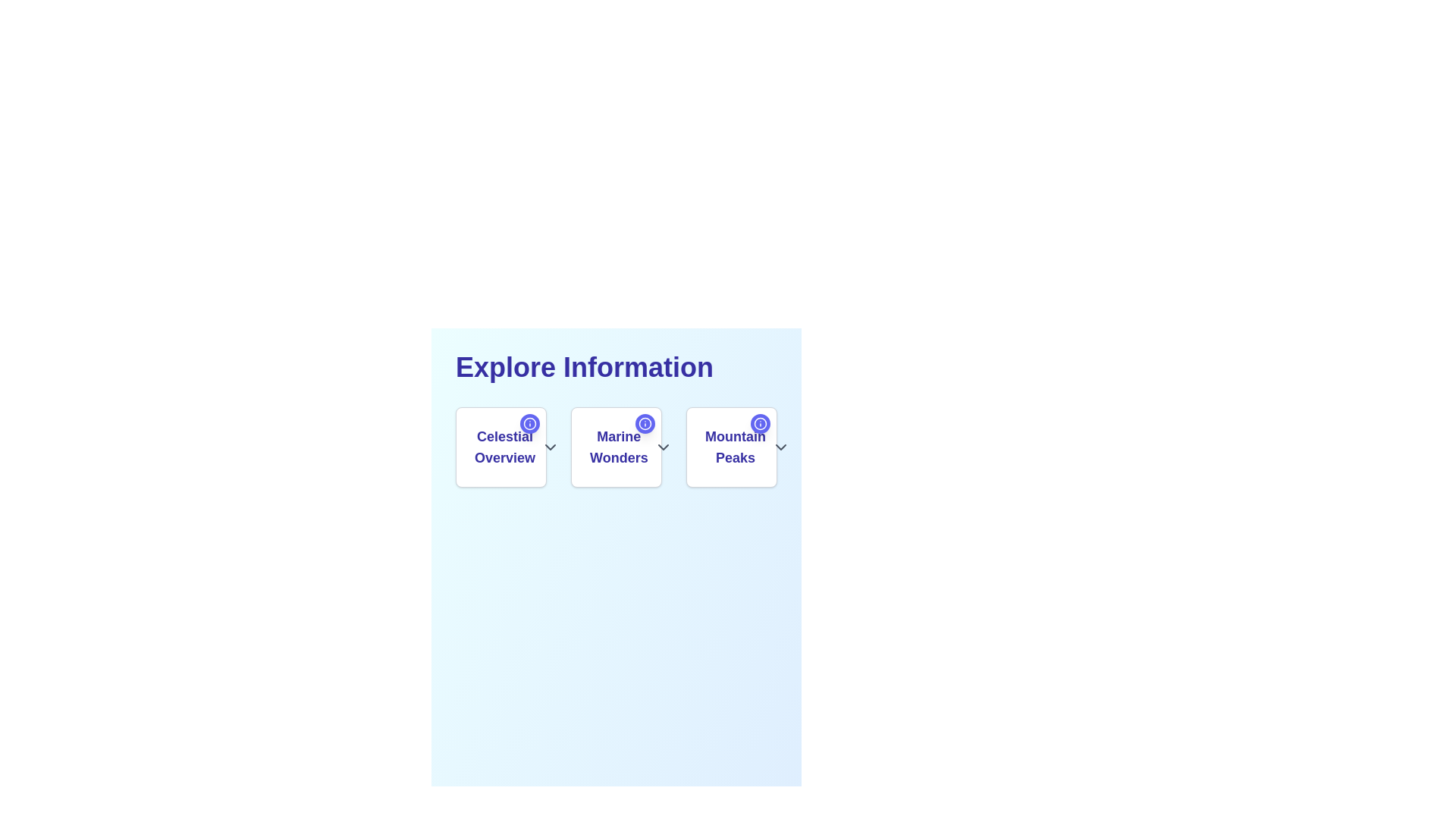  I want to click on the 'Marine Wonders' text label, so click(619, 447).